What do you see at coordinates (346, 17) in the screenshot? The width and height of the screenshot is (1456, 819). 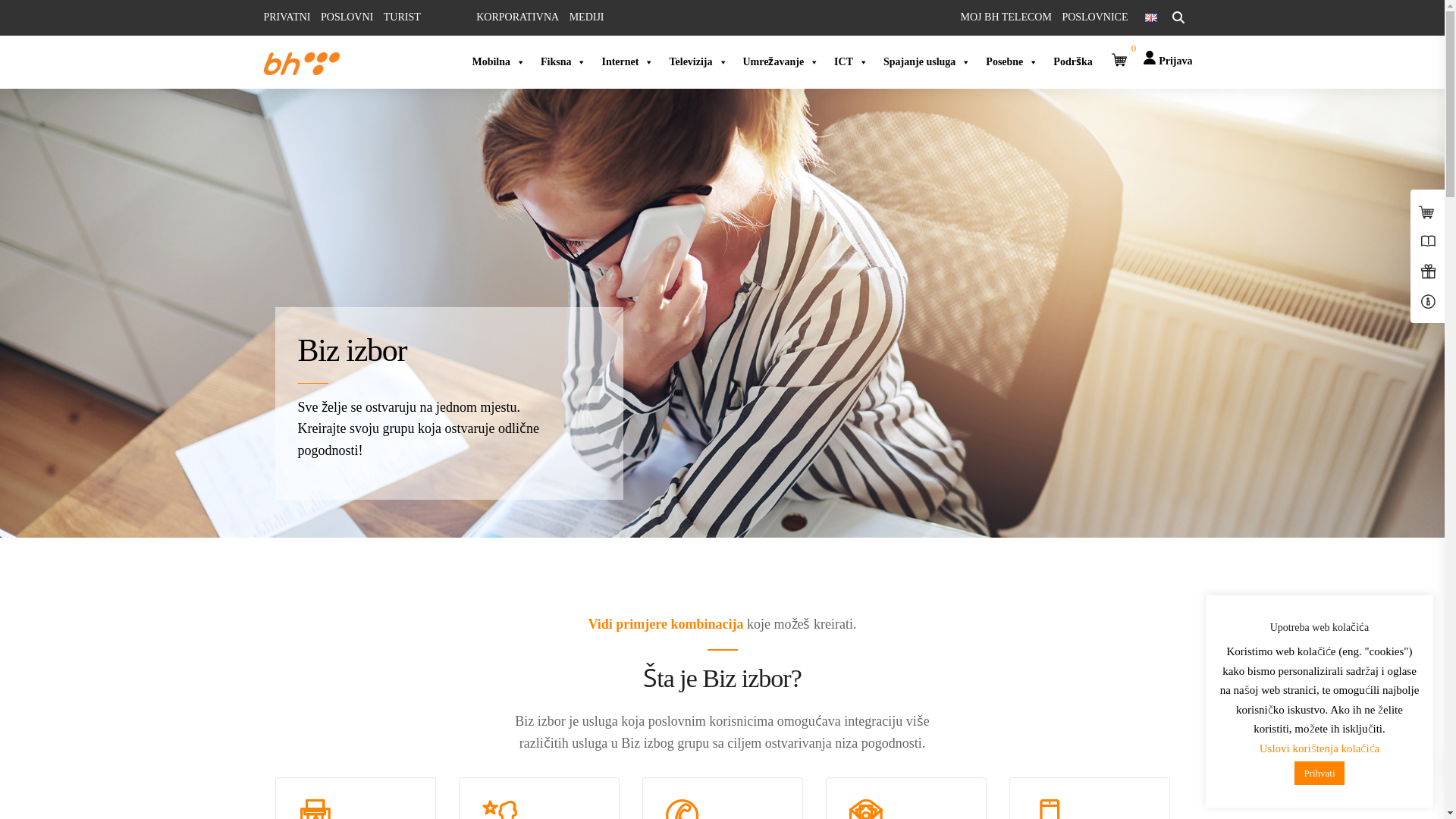 I see `'POSLOVNI'` at bounding box center [346, 17].